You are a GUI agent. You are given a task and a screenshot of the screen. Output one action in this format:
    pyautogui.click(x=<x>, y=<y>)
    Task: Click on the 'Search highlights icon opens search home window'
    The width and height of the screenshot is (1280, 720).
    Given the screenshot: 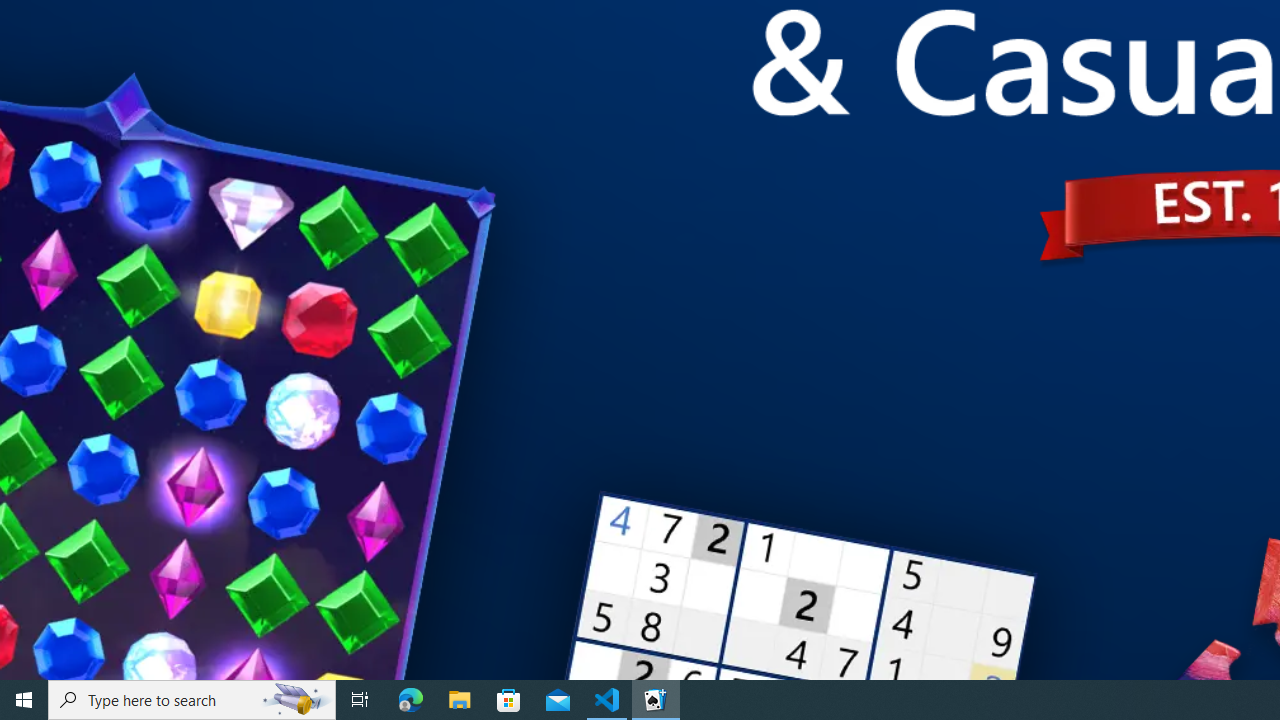 What is the action you would take?
    pyautogui.click(x=294, y=698)
    